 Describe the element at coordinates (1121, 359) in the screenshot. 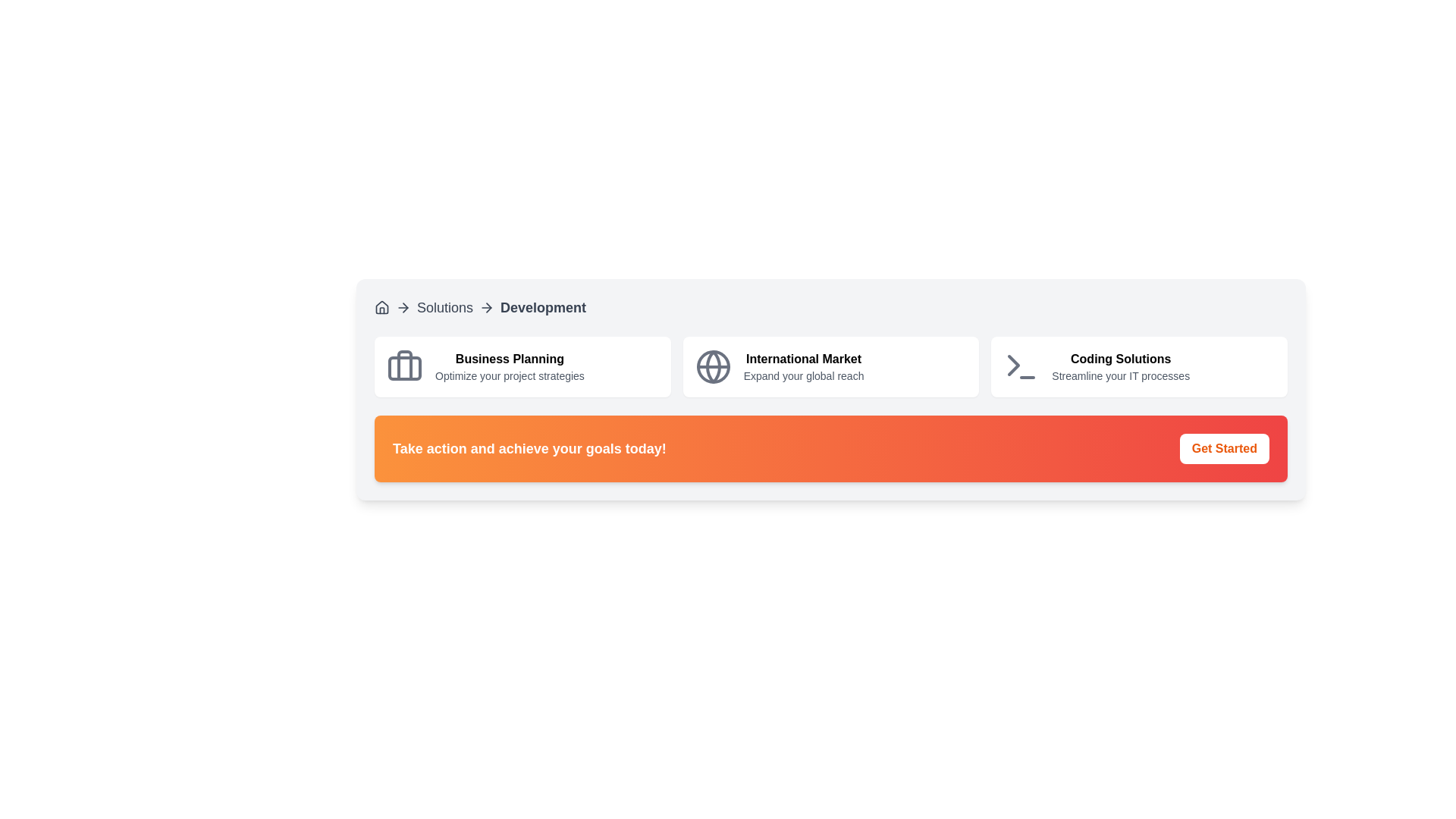

I see `the Text label that serves as a header for the third card in a horizontally arranged group of cards` at that location.